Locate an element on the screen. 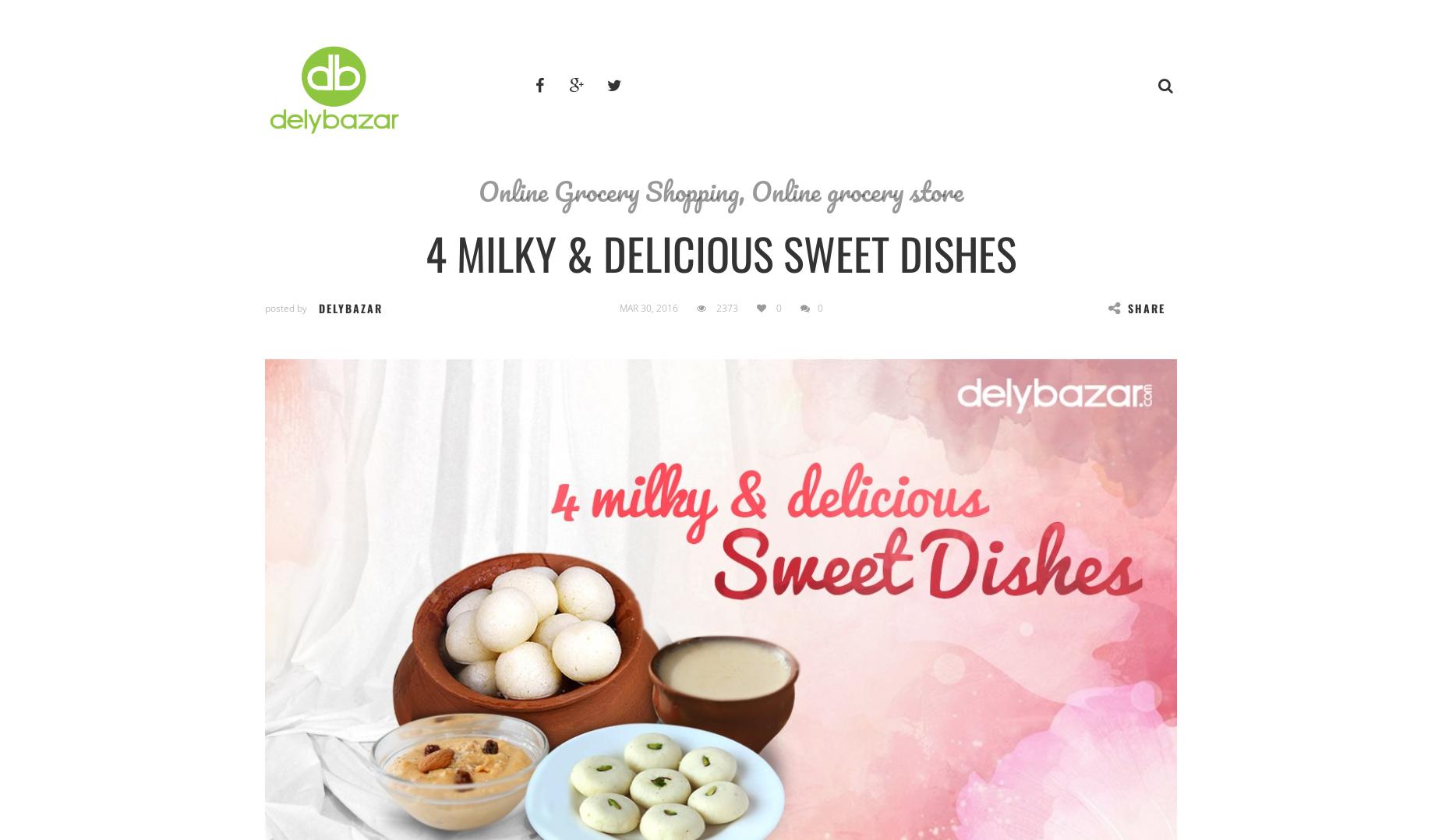 The height and width of the screenshot is (840, 1442). '4 milky & delicious sweet dishes' is located at coordinates (721, 252).